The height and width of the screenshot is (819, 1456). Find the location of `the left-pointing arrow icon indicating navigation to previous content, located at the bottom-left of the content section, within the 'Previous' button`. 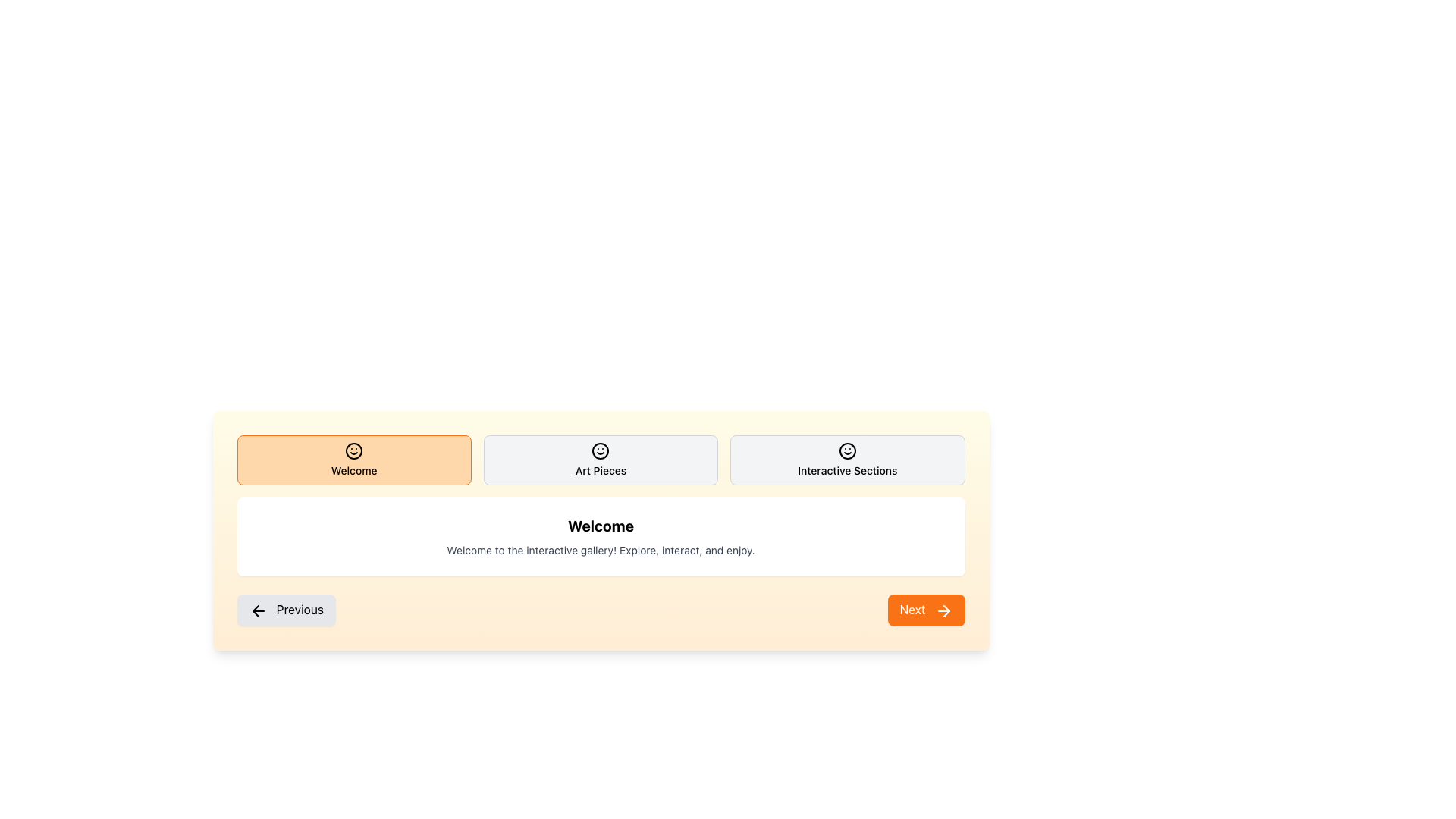

the left-pointing arrow icon indicating navigation to previous content, located at the bottom-left of the content section, within the 'Previous' button is located at coordinates (255, 610).